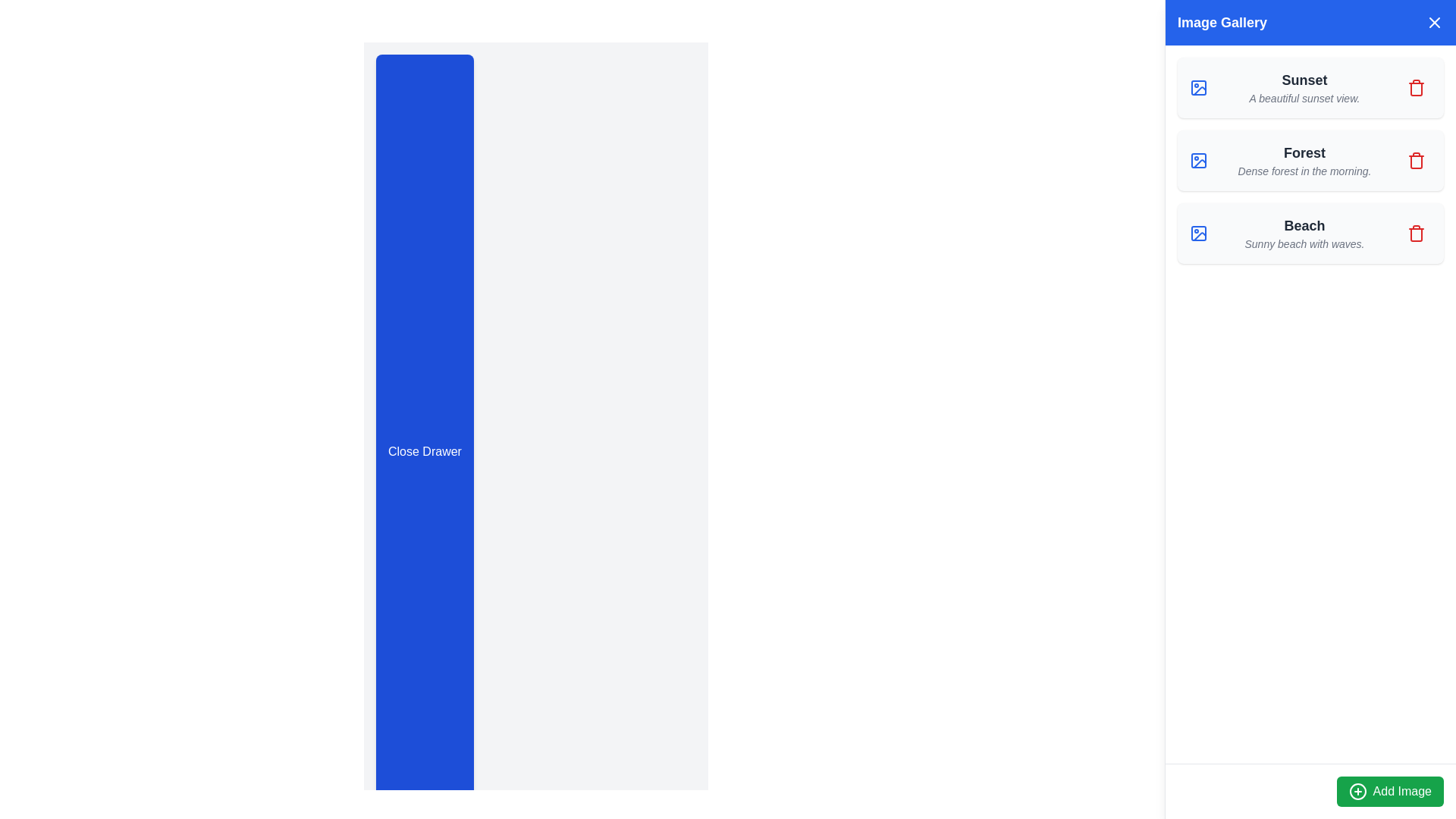 This screenshot has width=1456, height=819. I want to click on the descriptive subtext text element located under the title 'Forest' in the second card of the vertical list of entries in the 'Image Gallery', so click(1304, 171).